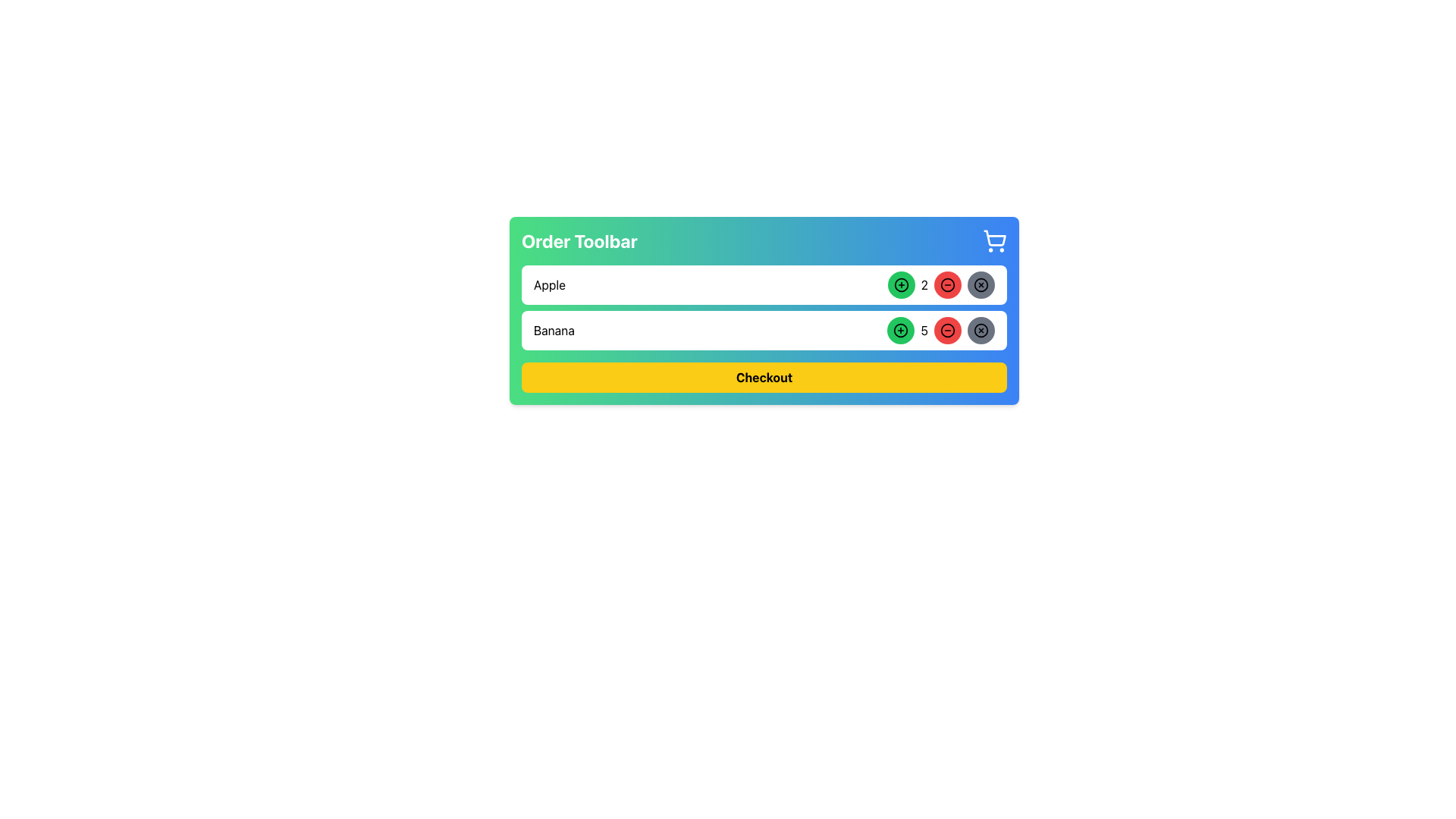 This screenshot has height=819, width=1456. Describe the element at coordinates (981, 329) in the screenshot. I see `the circular gray icon button located to the right of the decrement button in the quantity control section adjacent to the 'Banana' item row` at that location.